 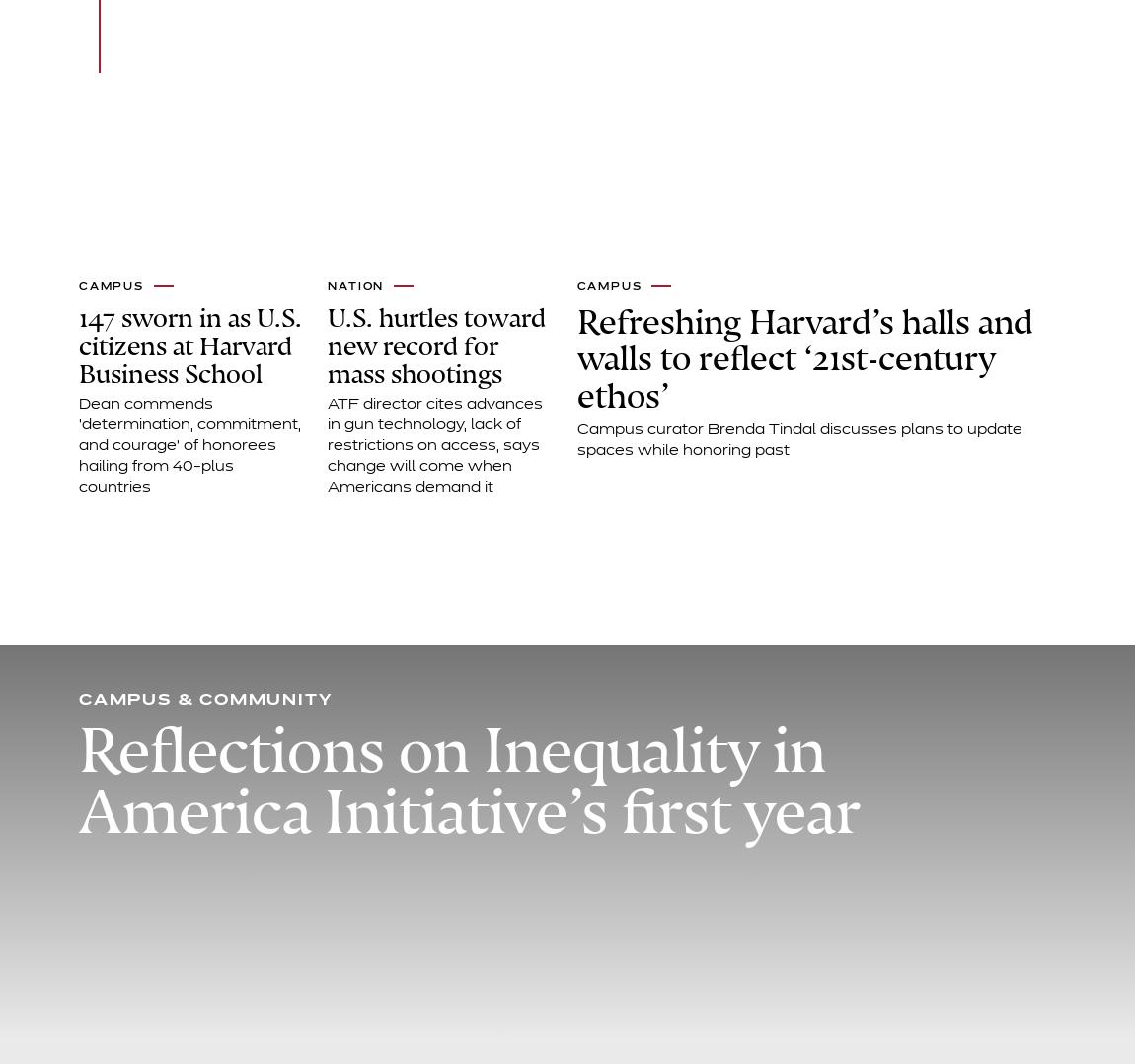 I want to click on 'U.S. hurtles toward new record for mass shootings', so click(x=436, y=345).